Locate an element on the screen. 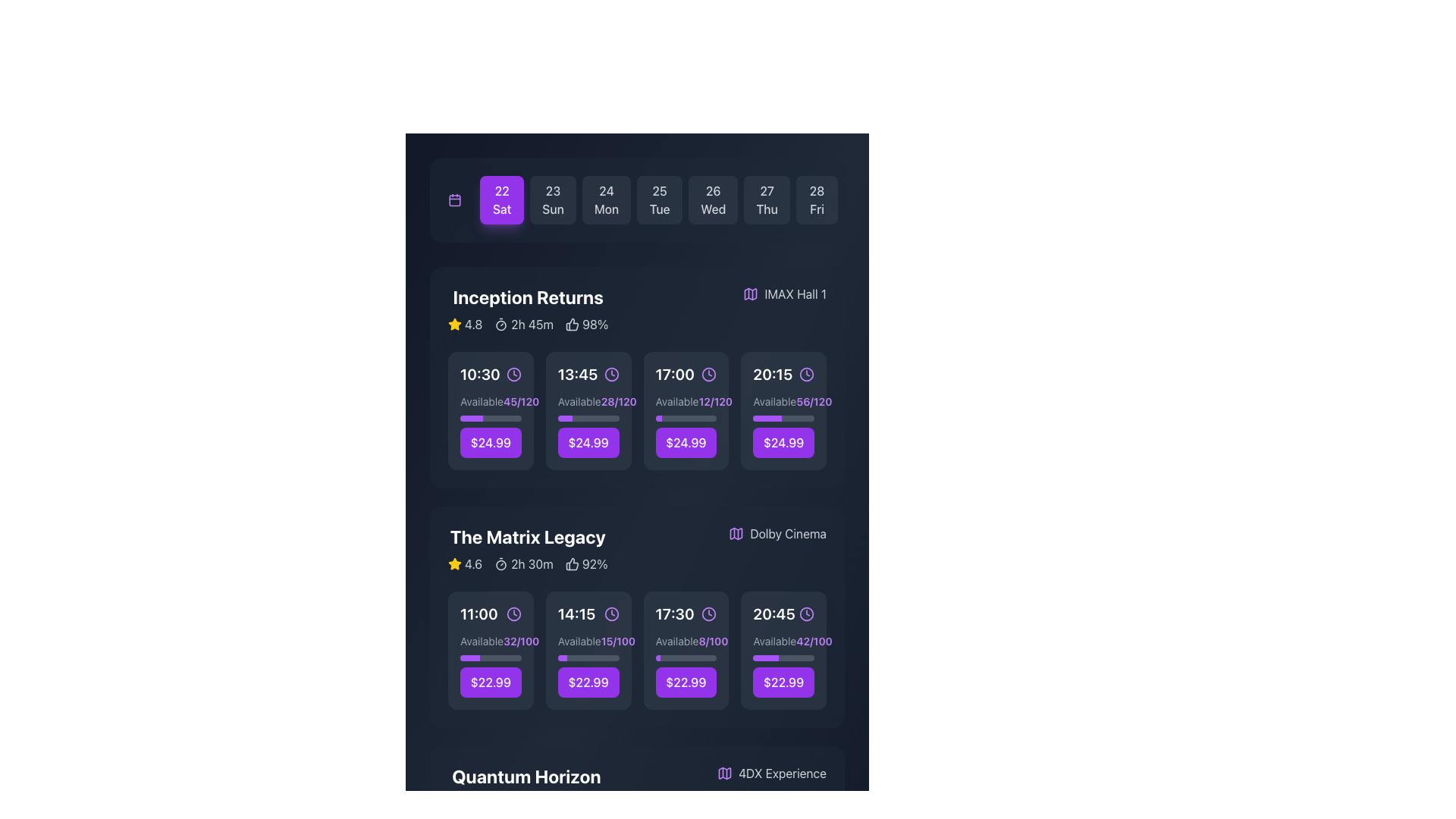 The height and width of the screenshot is (819, 1456). the fill level of the progress bar segment located below the 'Available 56/120' text in the 'Inception Returns' section, indicating seat availability is located at coordinates (767, 418).